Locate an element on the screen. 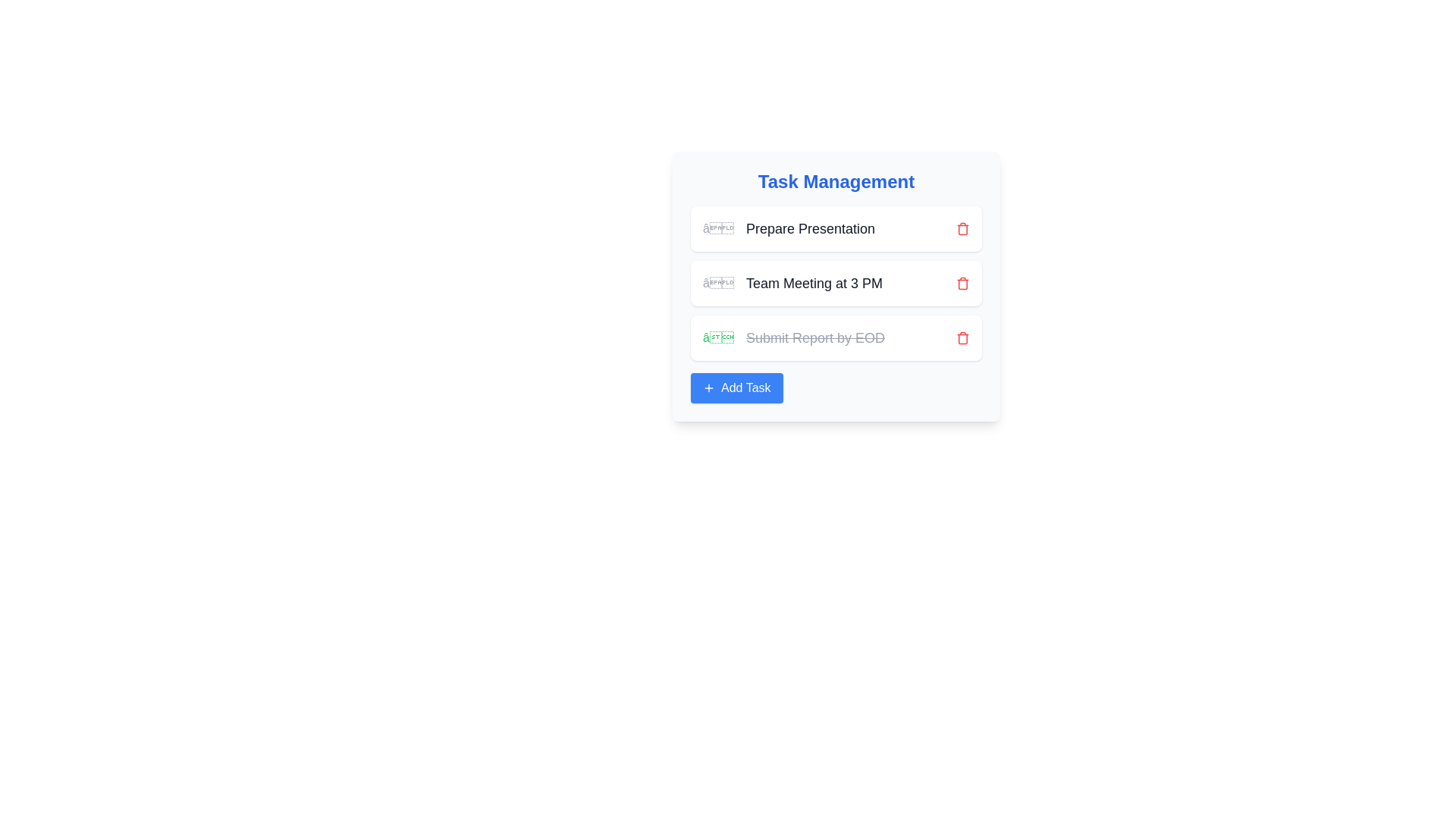 Image resolution: width=1456 pixels, height=819 pixels. the text label reading 'Team Meeting at 3 PM', which is styled in a large-sized font and located in the middle of a vertical list of tasks is located at coordinates (813, 284).